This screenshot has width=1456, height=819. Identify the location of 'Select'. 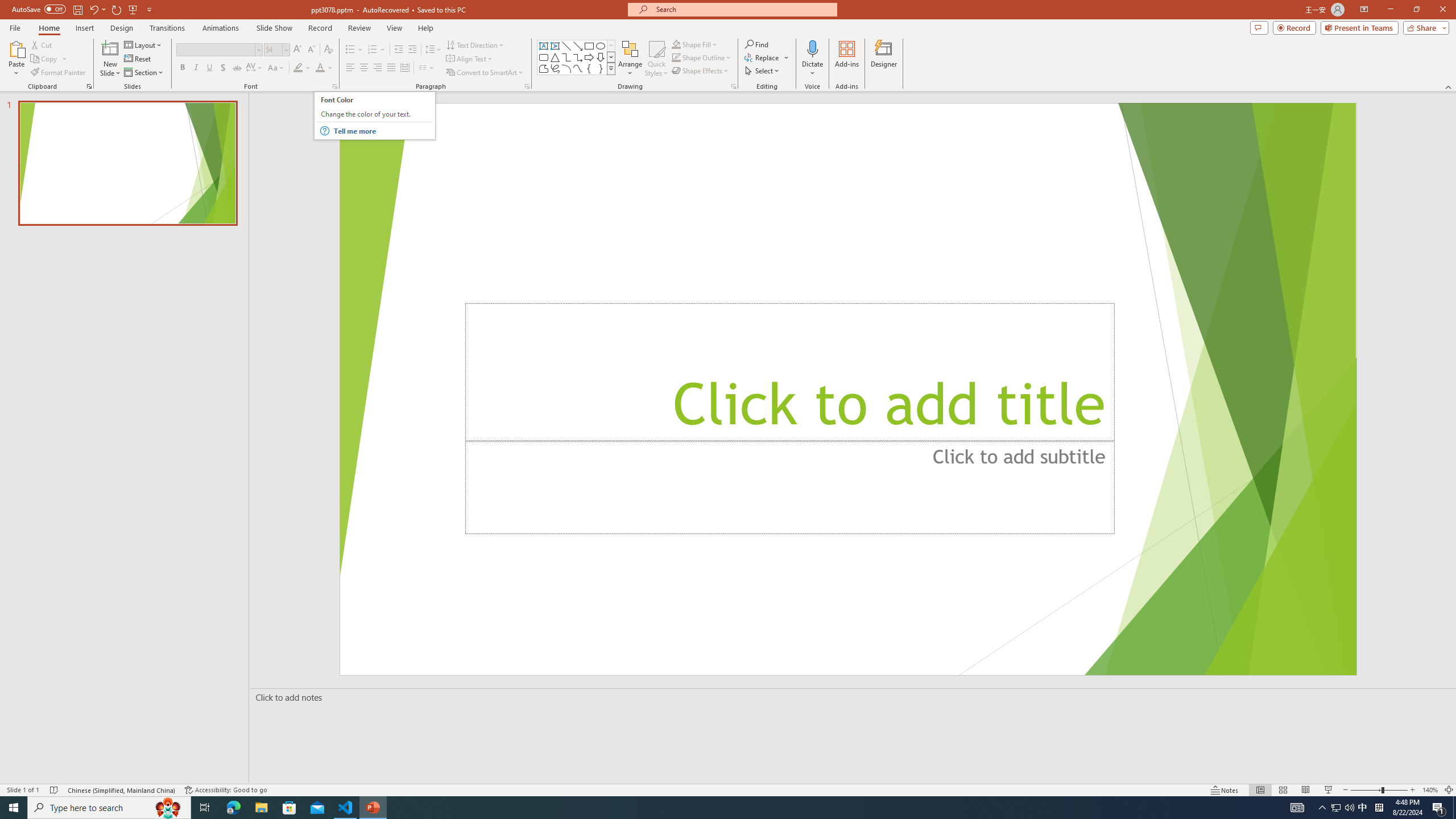
(763, 69).